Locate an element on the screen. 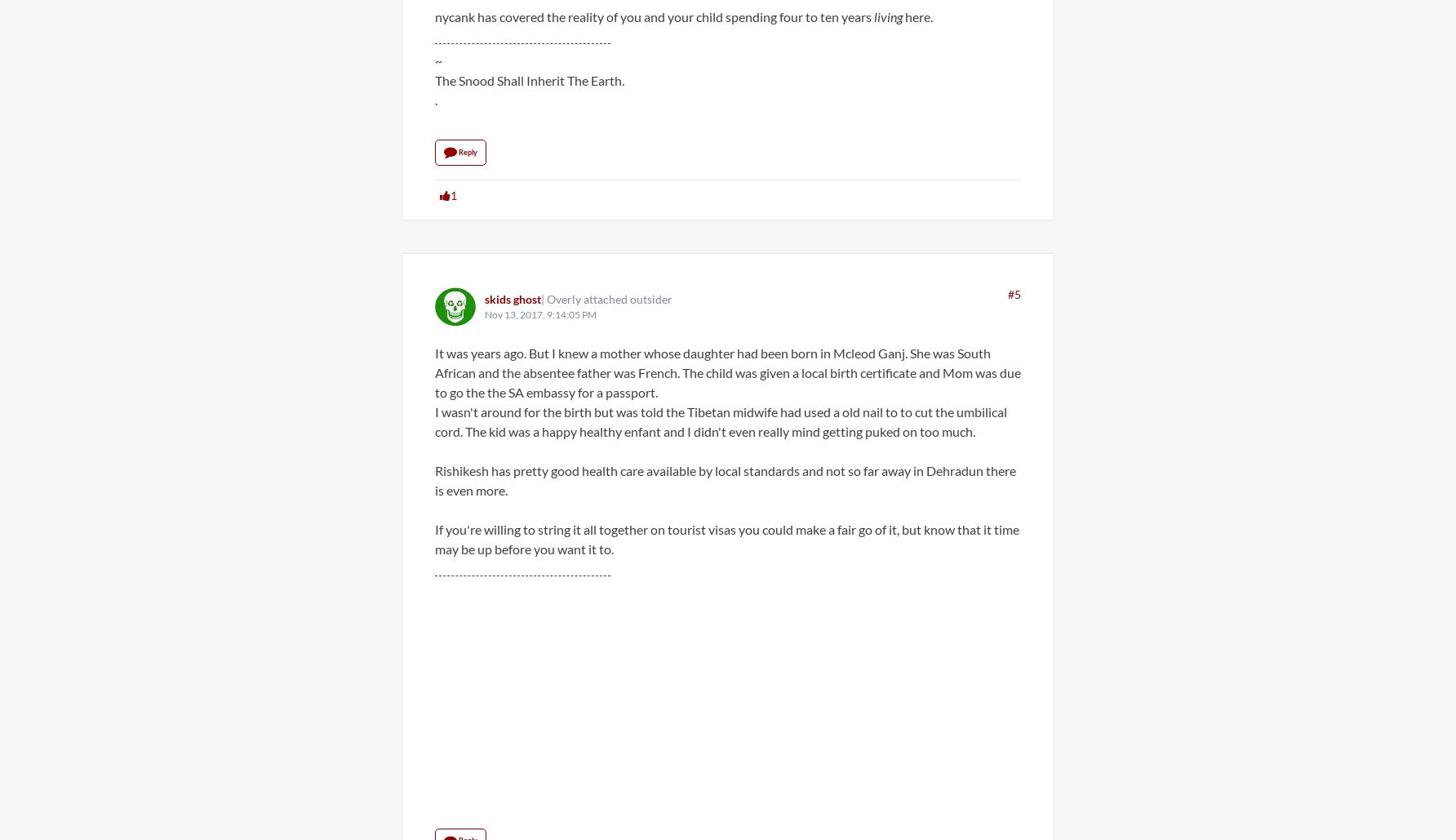 This screenshot has width=1456, height=840. 'It was years ago. But I knew a mother whose daughter had been born in Mcleod Ganj. She was South African and the absentee father was French. The child was given a local birth certificate and Mom was due to go the the SA embassy for a passport.' is located at coordinates (728, 371).